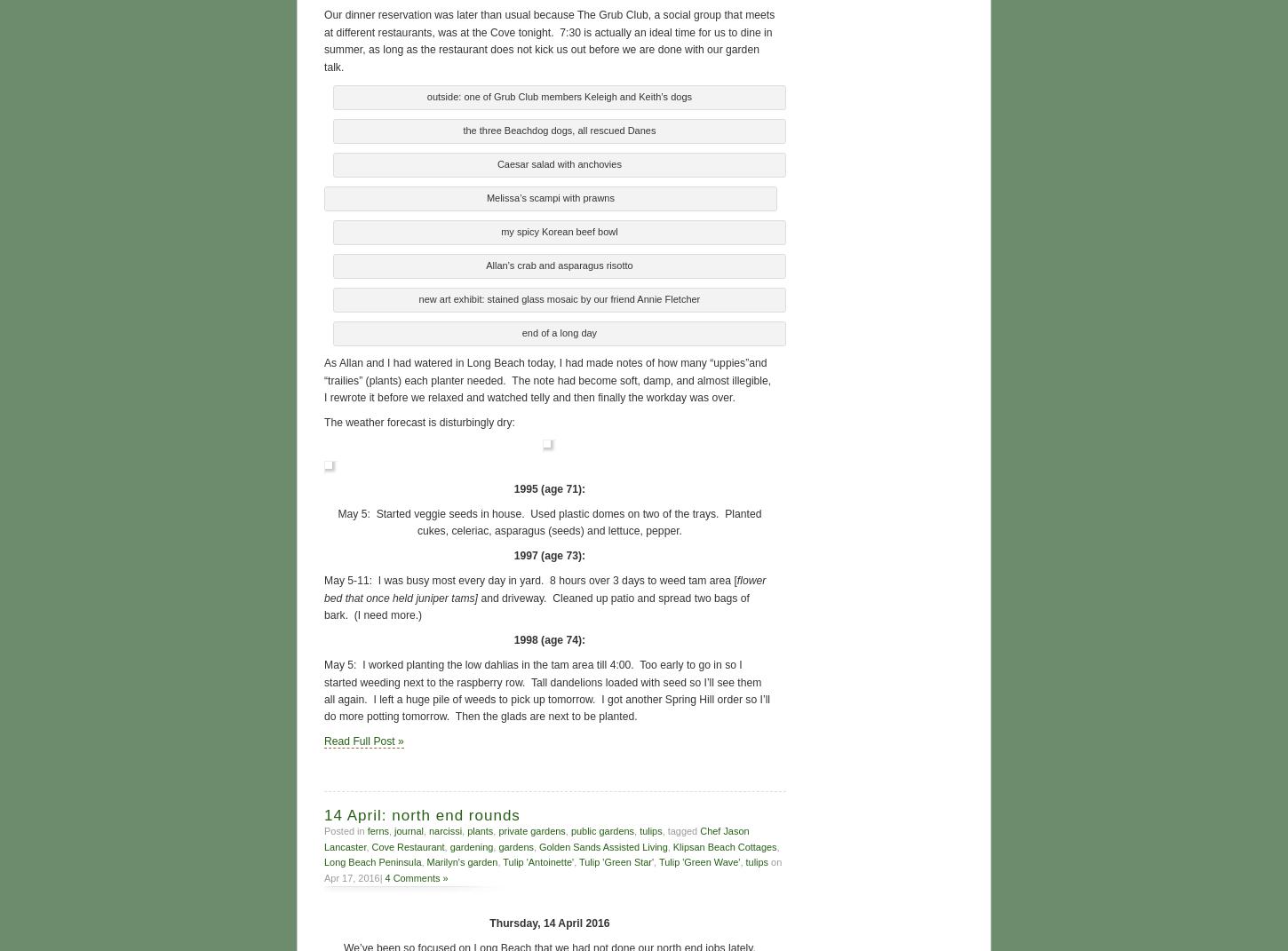  Describe the element at coordinates (531, 828) in the screenshot. I see `'private gardens'` at that location.